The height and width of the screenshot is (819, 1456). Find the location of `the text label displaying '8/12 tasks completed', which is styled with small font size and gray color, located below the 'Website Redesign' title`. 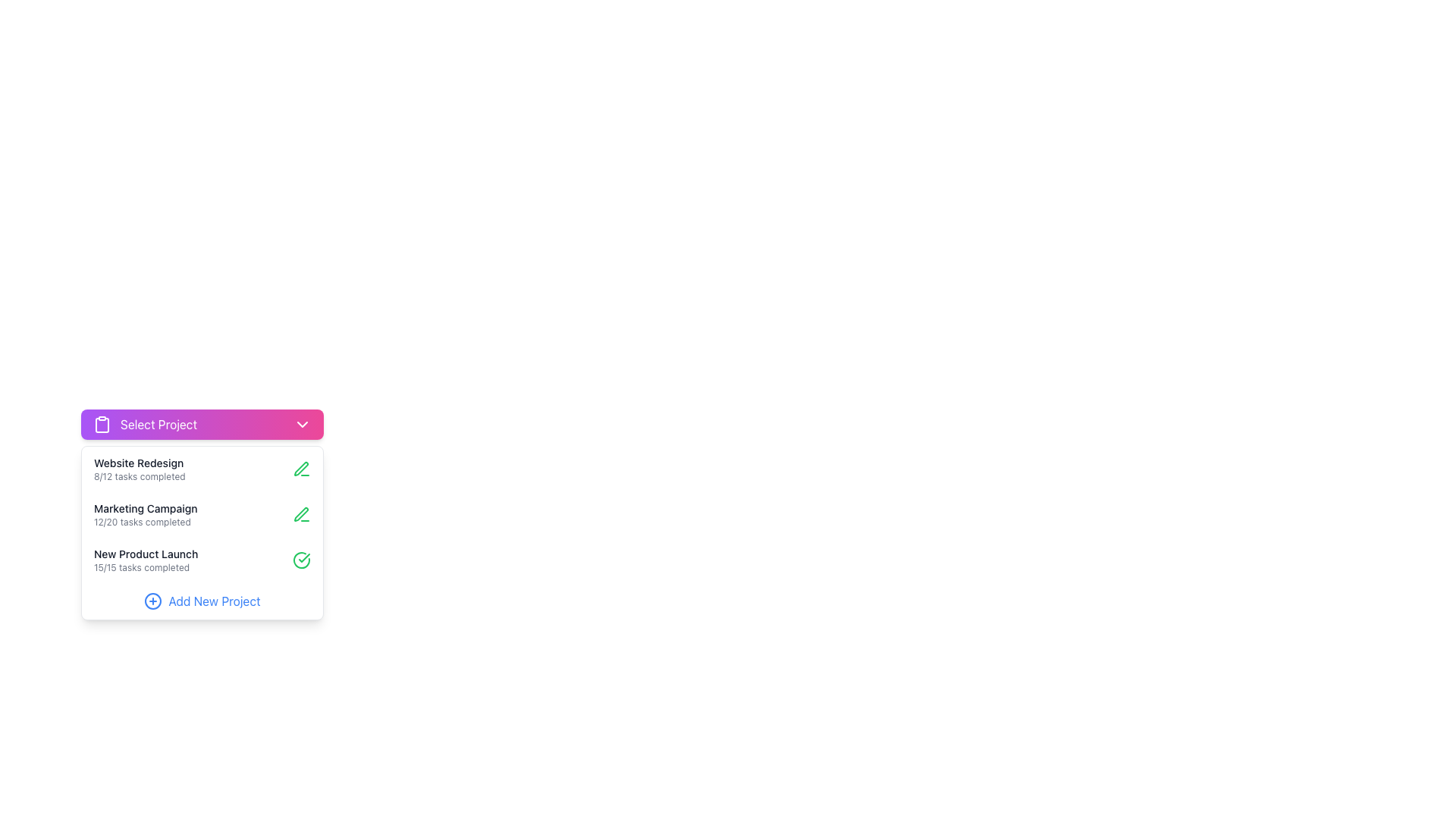

the text label displaying '8/12 tasks completed', which is styled with small font size and gray color, located below the 'Website Redesign' title is located at coordinates (140, 475).